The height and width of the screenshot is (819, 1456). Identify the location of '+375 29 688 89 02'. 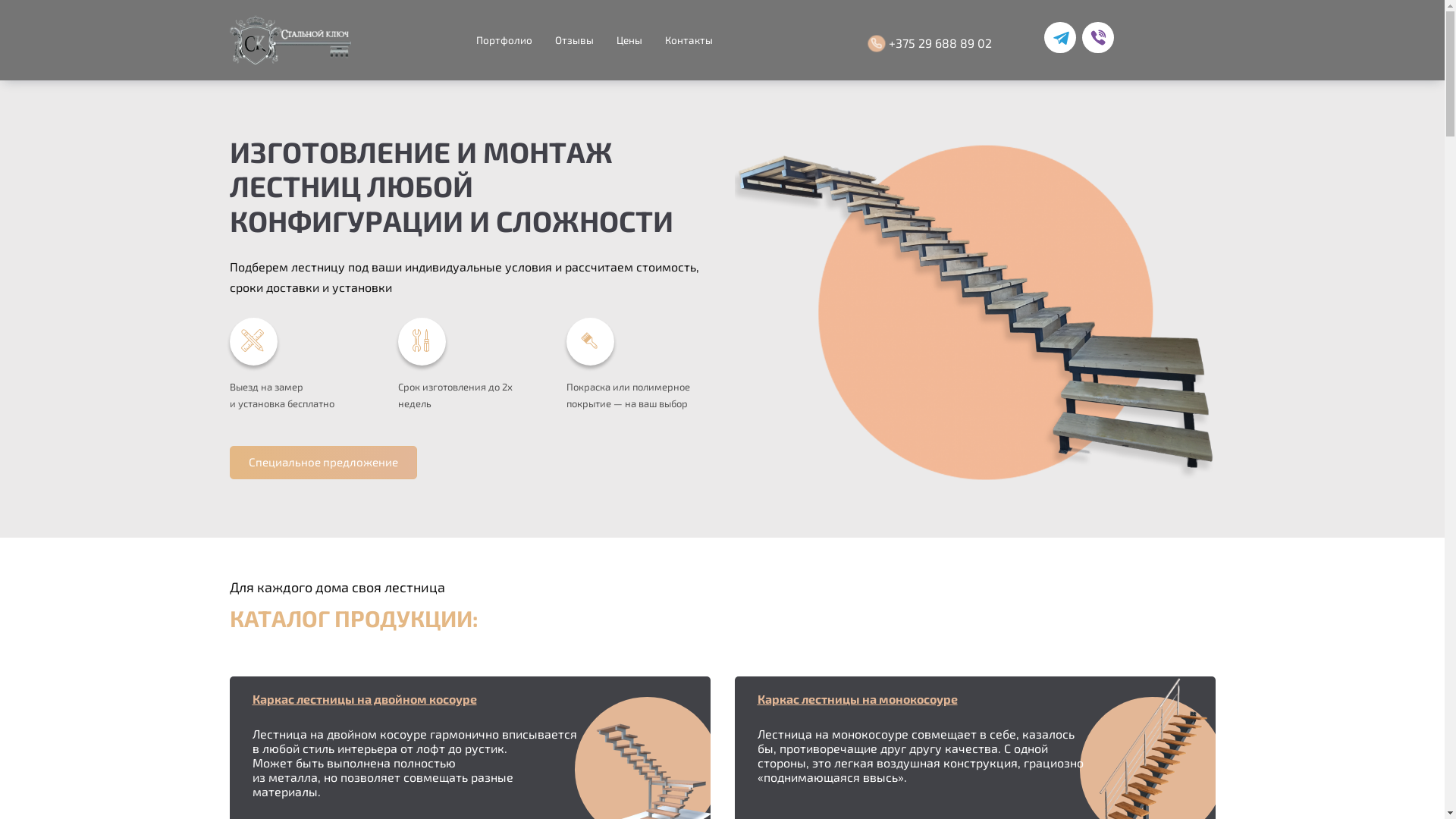
(930, 42).